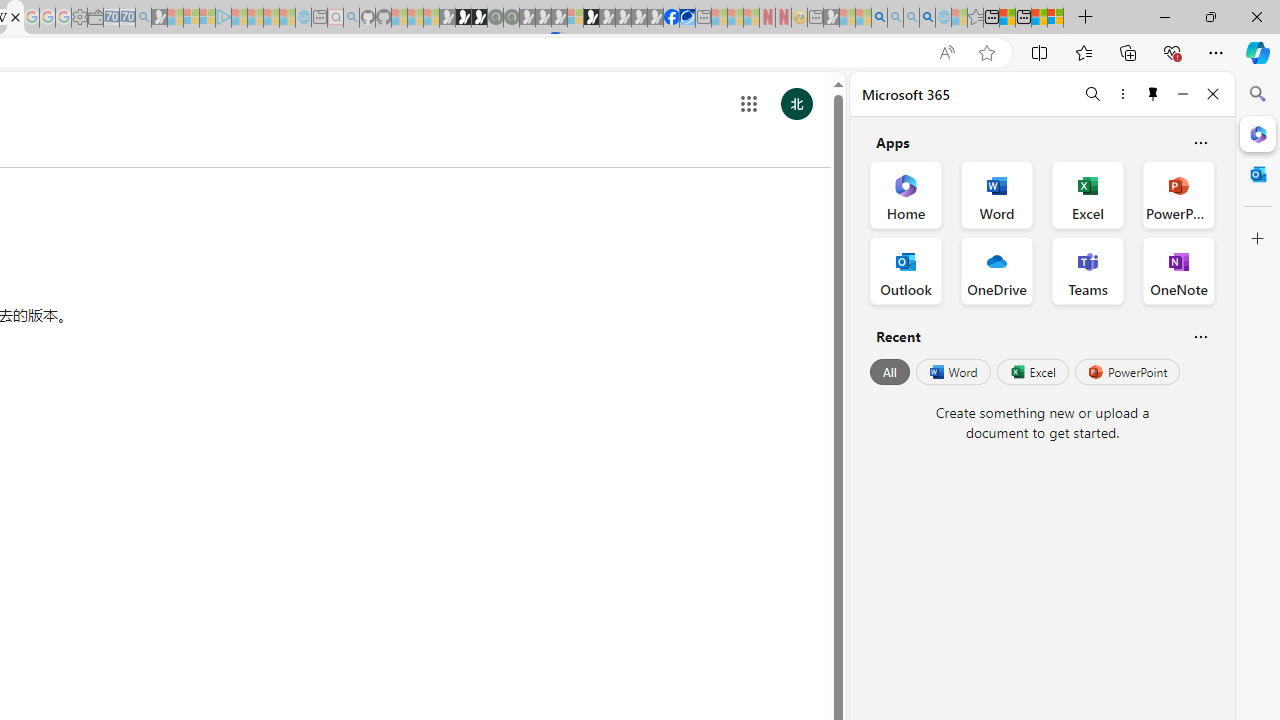  What do you see at coordinates (352, 17) in the screenshot?
I see `'github - Search - Sleeping'` at bounding box center [352, 17].